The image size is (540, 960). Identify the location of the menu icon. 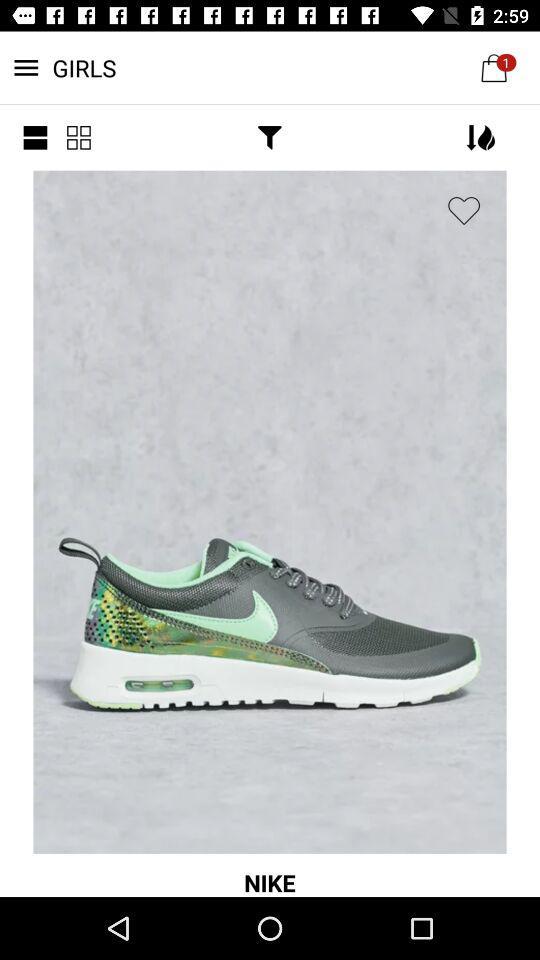
(35, 136).